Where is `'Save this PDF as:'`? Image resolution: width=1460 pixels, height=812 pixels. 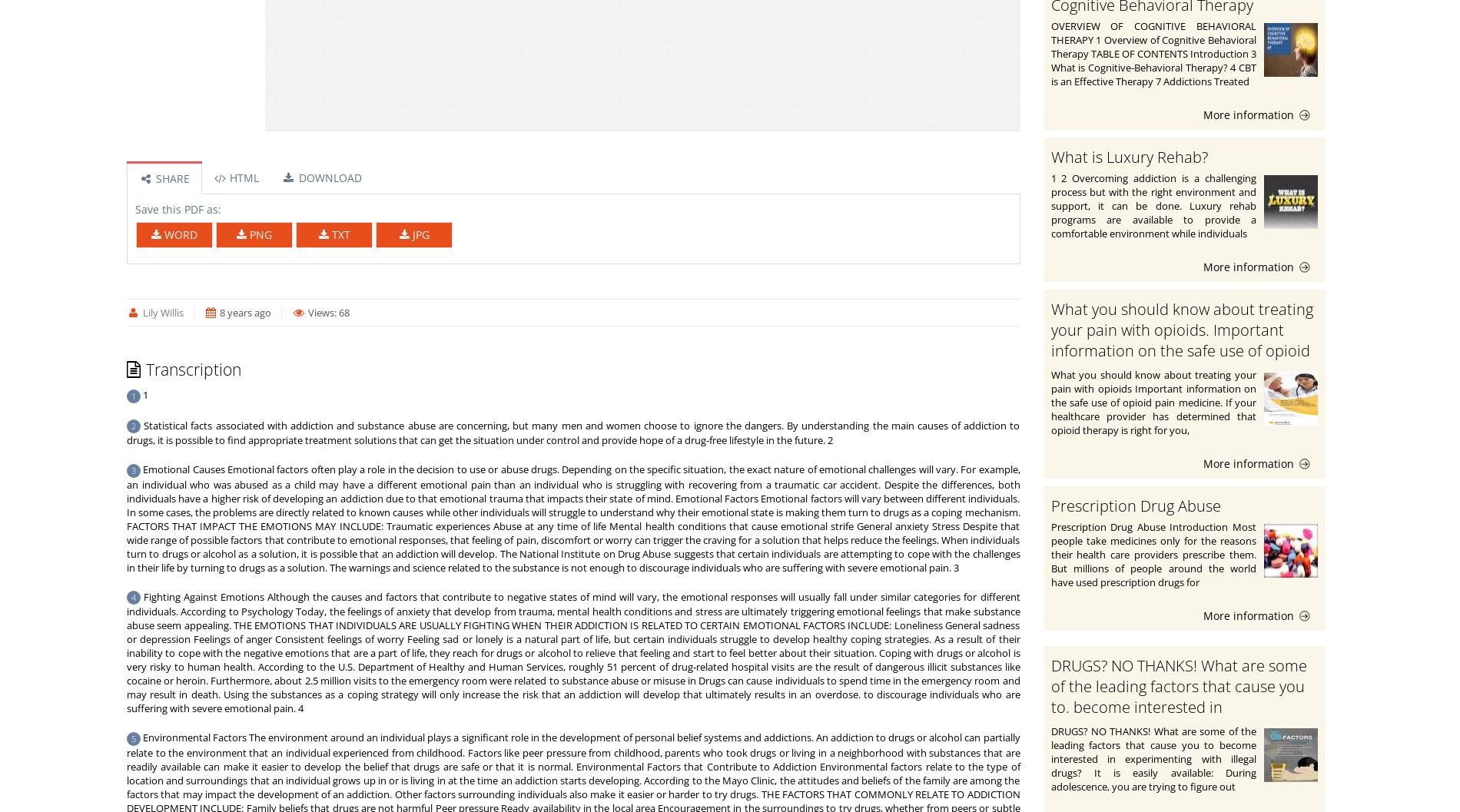
'Save this PDF as:' is located at coordinates (178, 208).